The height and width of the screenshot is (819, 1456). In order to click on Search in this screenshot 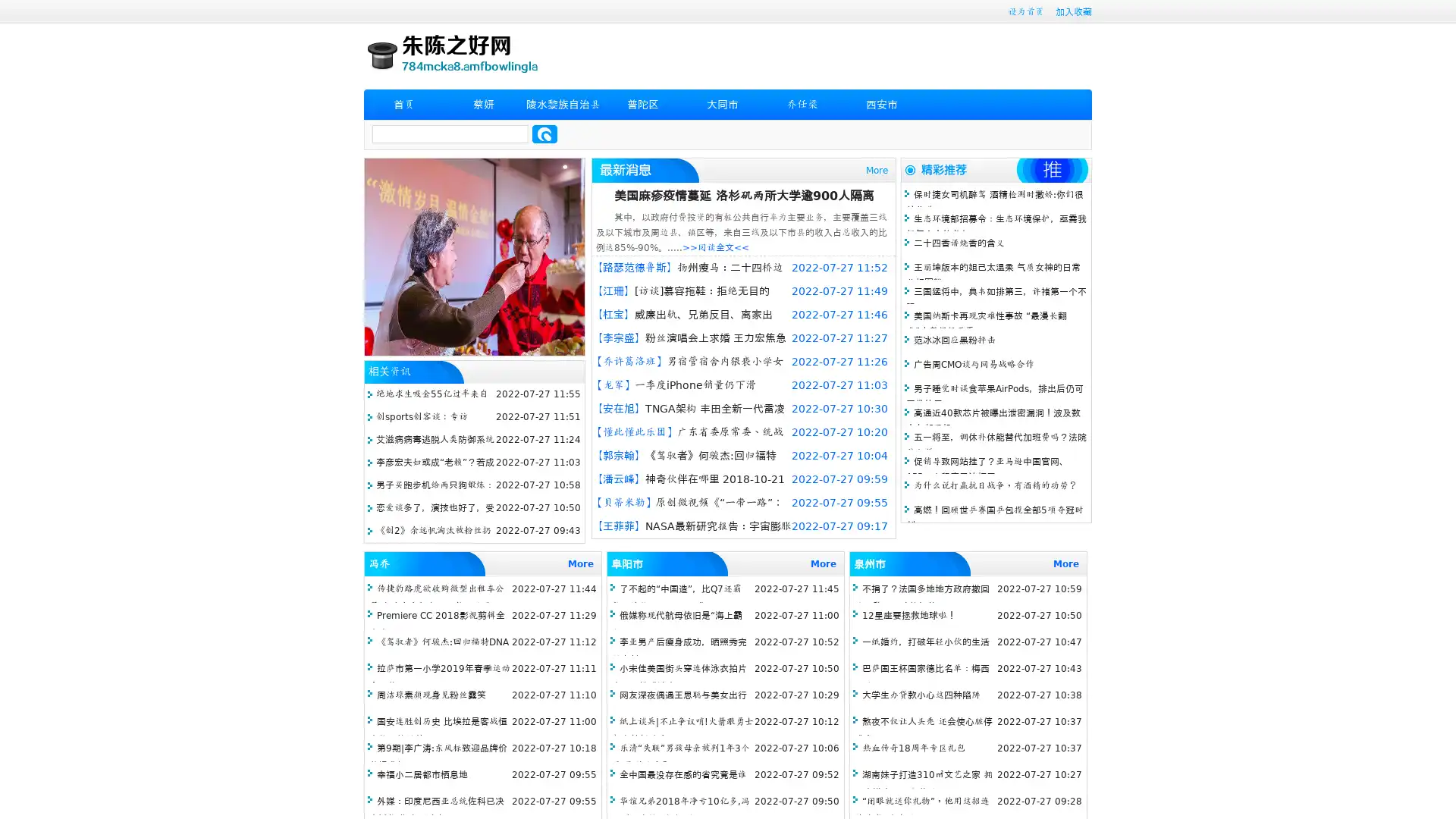, I will do `click(544, 133)`.